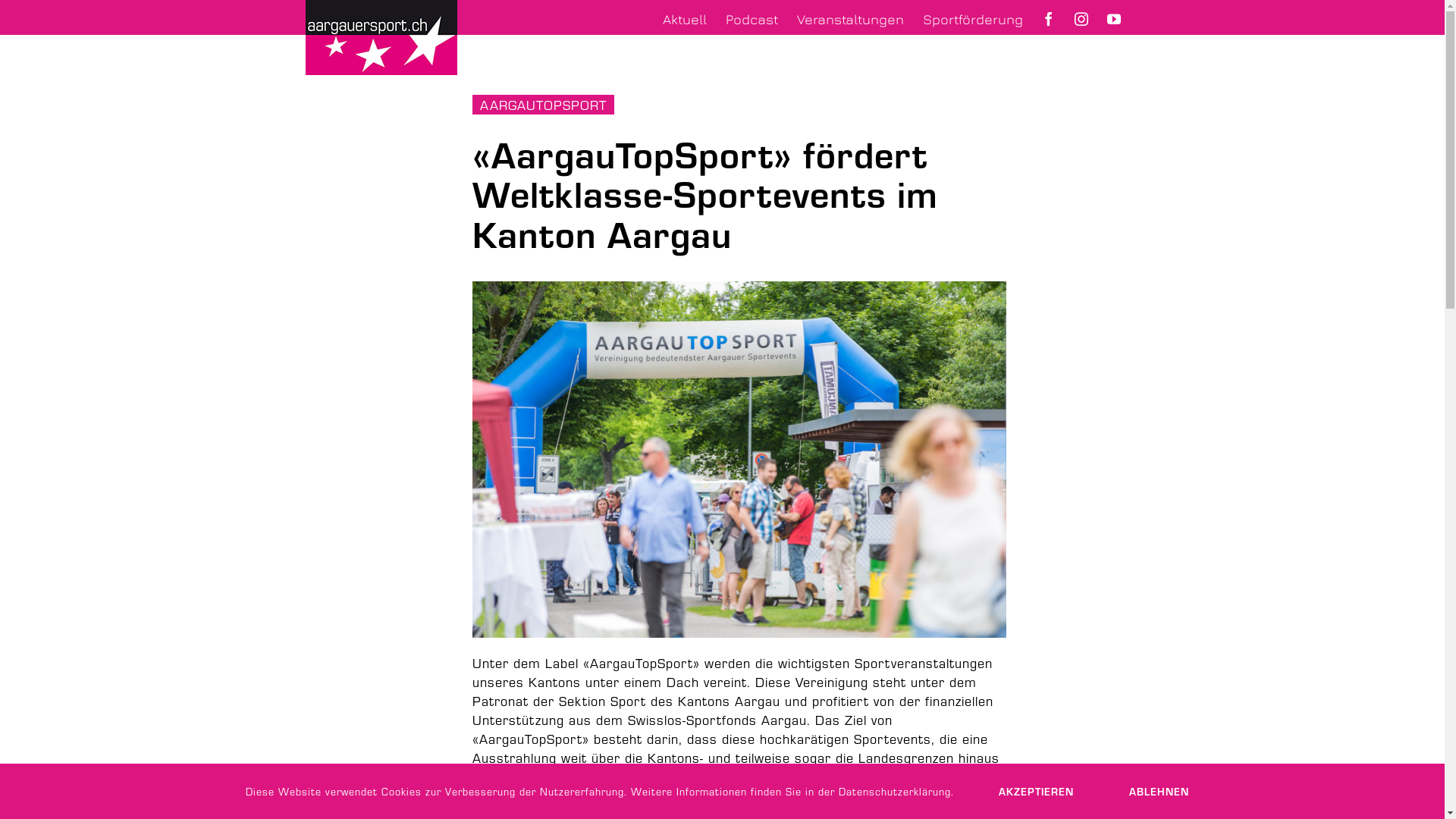 This screenshot has height=819, width=1456. I want to click on 'Veranstaltungen', so click(849, 20).